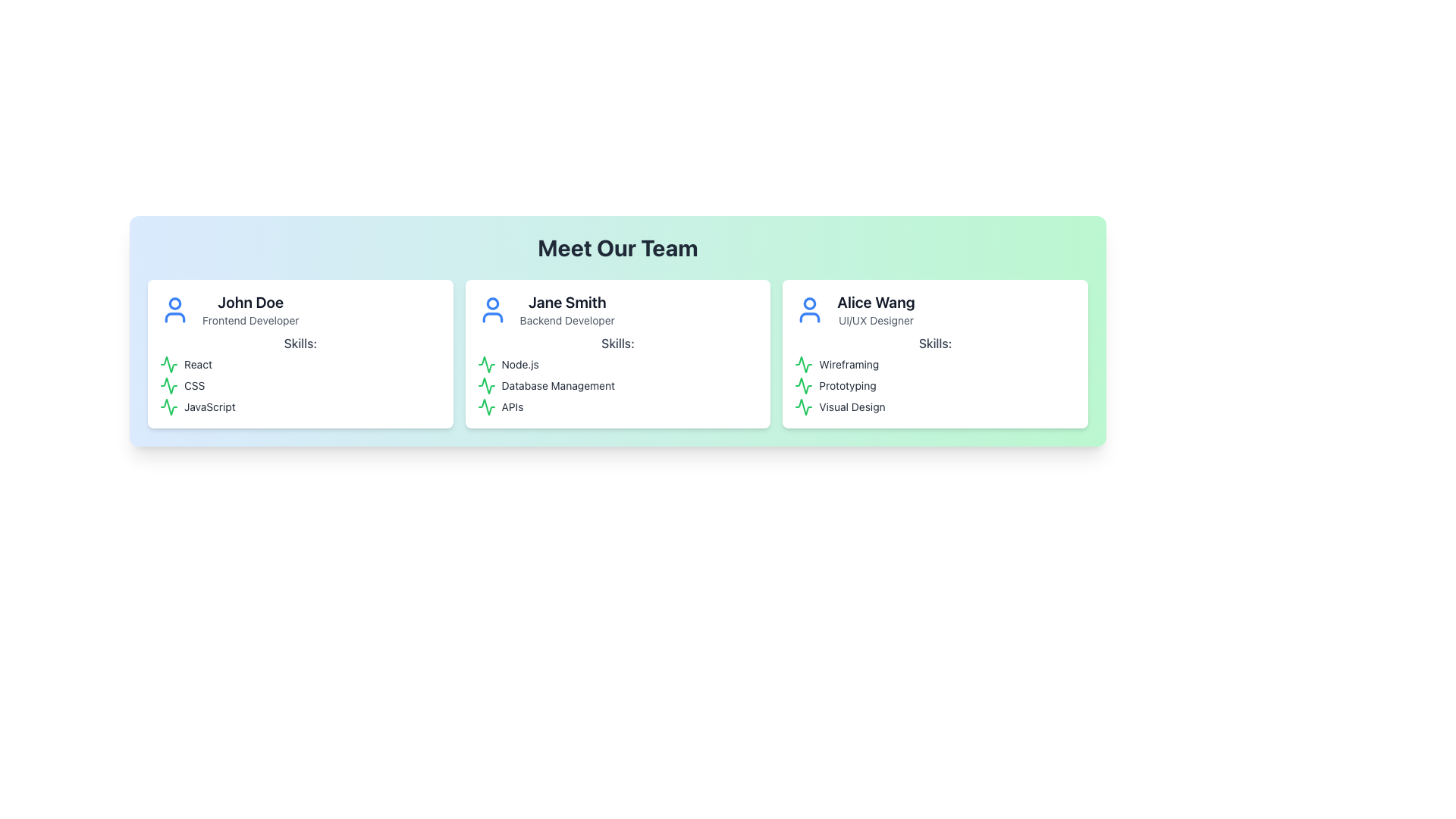 This screenshot has height=819, width=1456. Describe the element at coordinates (168, 406) in the screenshot. I see `the green line chart-shaped icon located in the Skills section of John Doe's profile card, positioned below the 'JavaScript' text` at that location.